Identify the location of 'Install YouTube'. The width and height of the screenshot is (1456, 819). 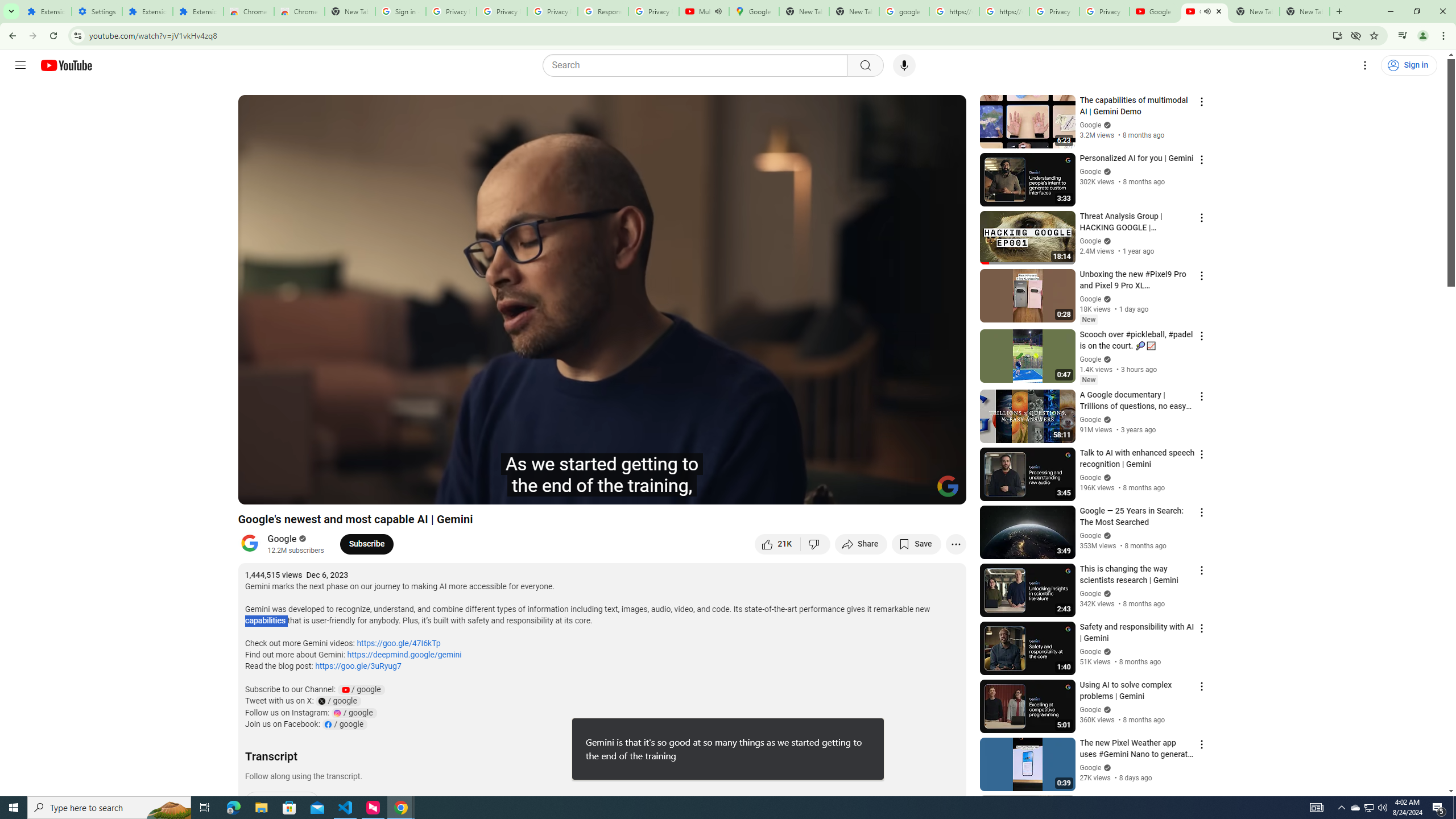
(1337, 35).